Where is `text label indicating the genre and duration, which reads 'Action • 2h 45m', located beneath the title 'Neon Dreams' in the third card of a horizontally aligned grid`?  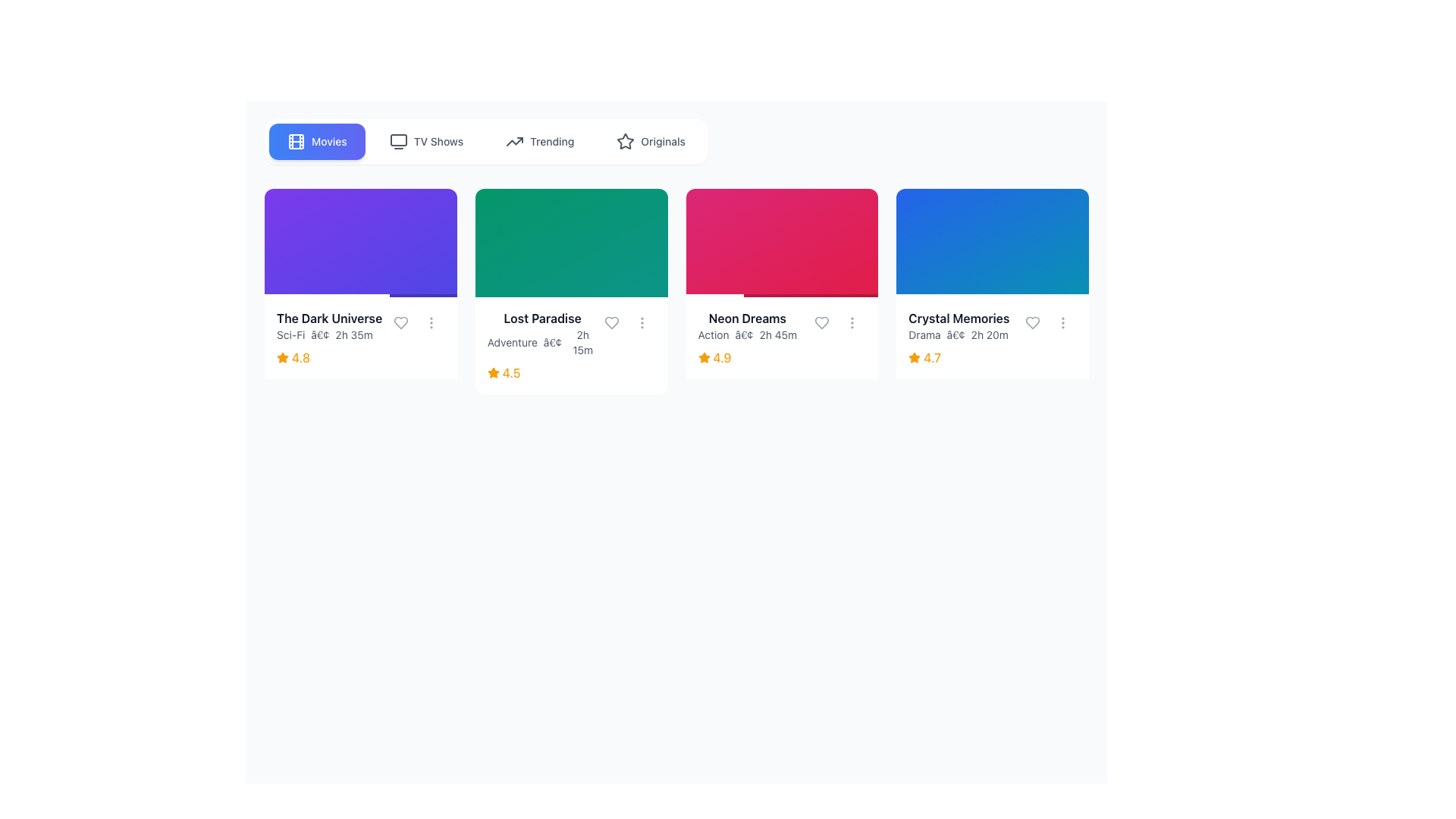
text label indicating the genre and duration, which reads 'Action • 2h 45m', located beneath the title 'Neon Dreams' in the third card of a horizontally aligned grid is located at coordinates (747, 334).